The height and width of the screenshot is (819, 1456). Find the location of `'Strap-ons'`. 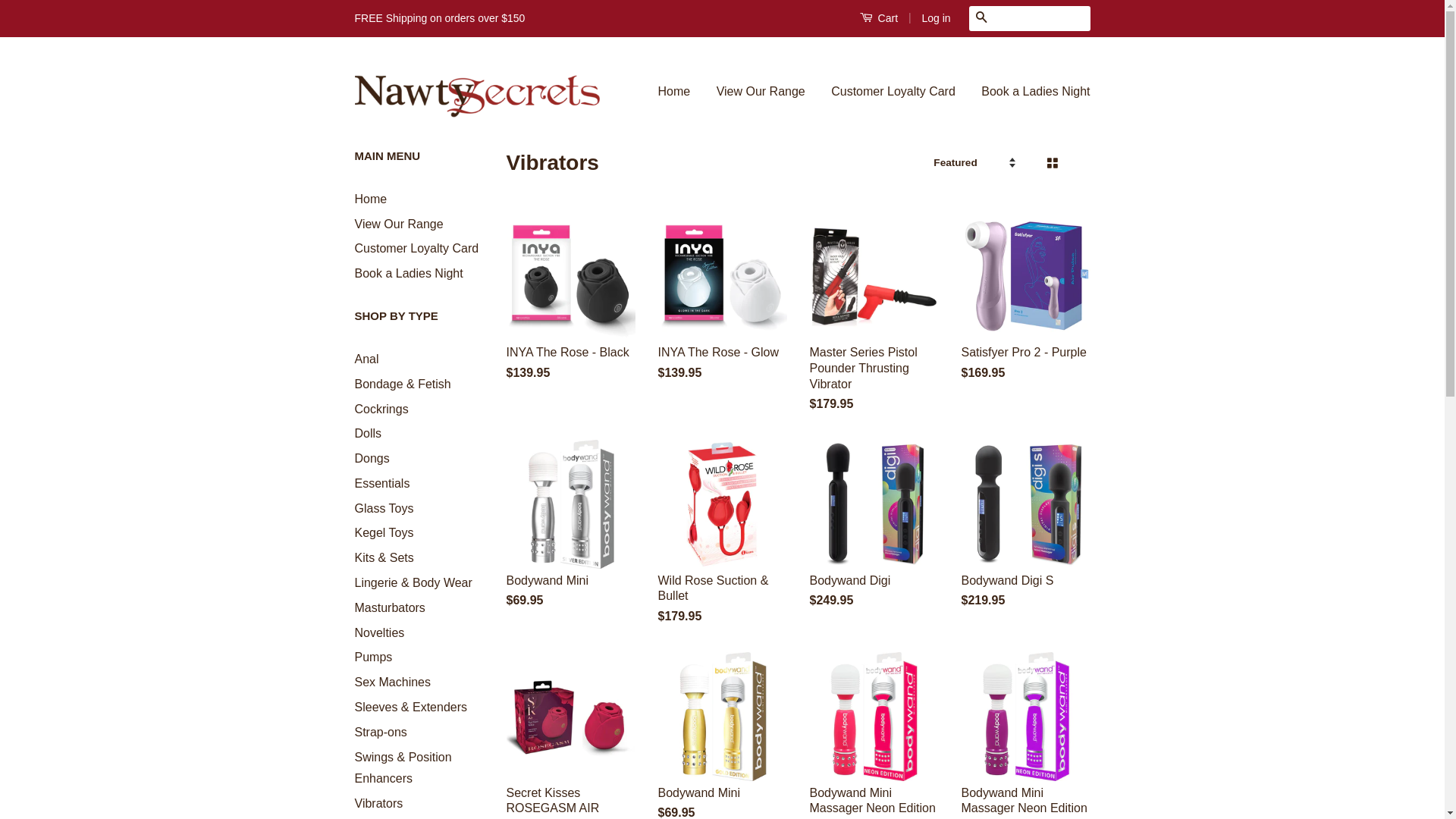

'Strap-ons' is located at coordinates (381, 731).